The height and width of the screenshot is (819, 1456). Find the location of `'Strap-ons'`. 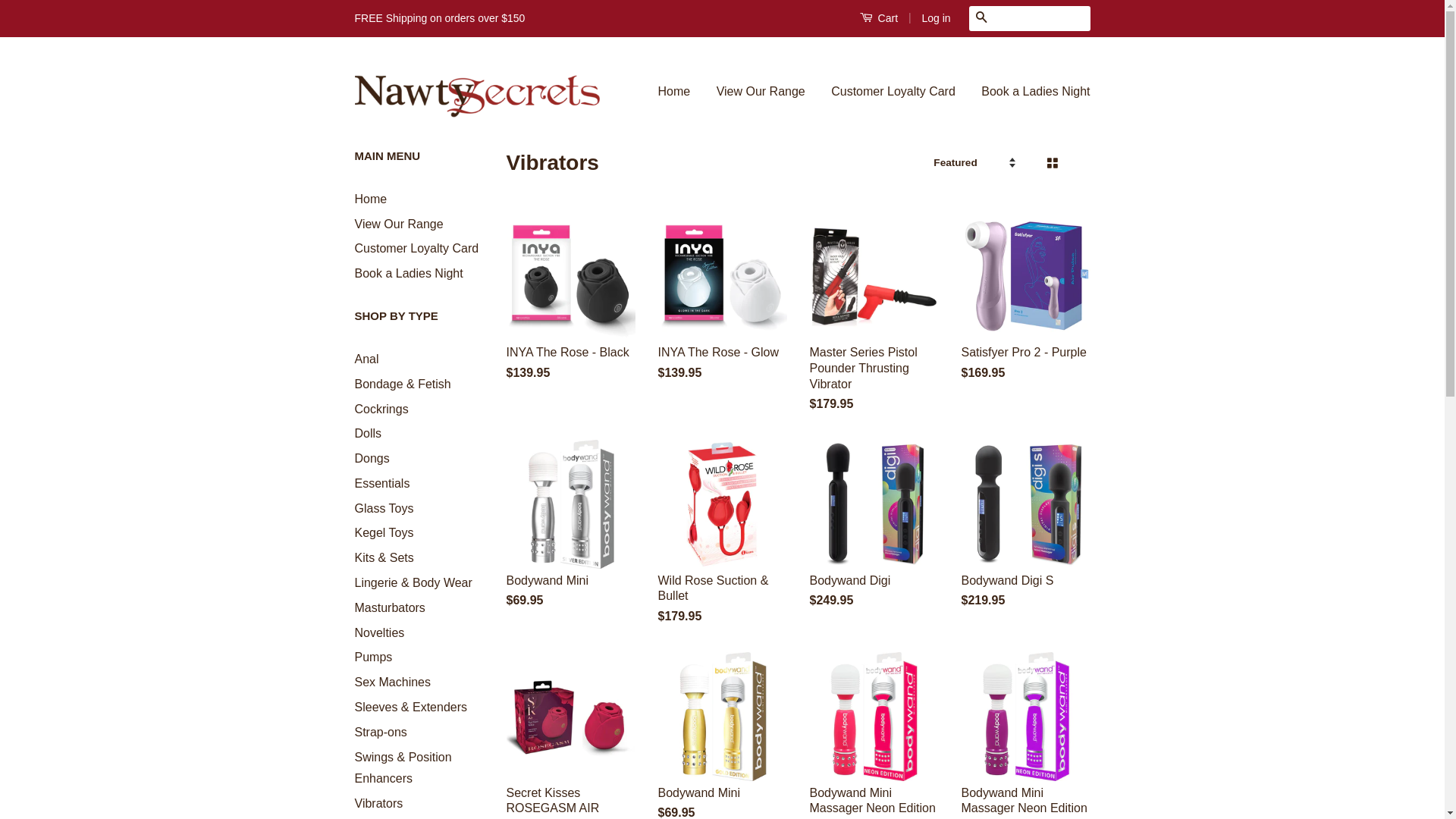

'Strap-ons' is located at coordinates (381, 731).